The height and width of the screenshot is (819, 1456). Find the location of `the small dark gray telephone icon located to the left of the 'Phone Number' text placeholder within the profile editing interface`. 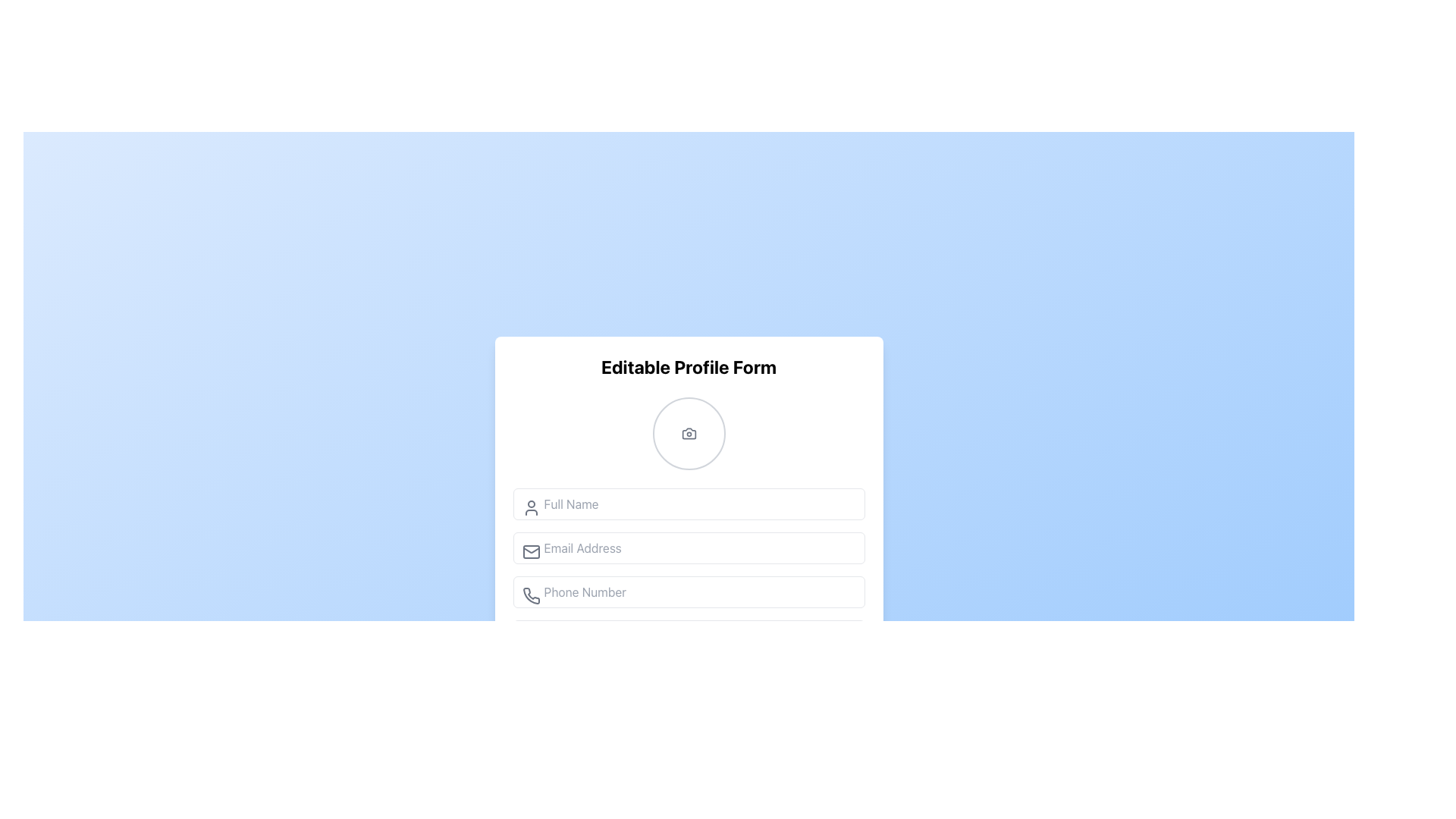

the small dark gray telephone icon located to the left of the 'Phone Number' text placeholder within the profile editing interface is located at coordinates (531, 595).